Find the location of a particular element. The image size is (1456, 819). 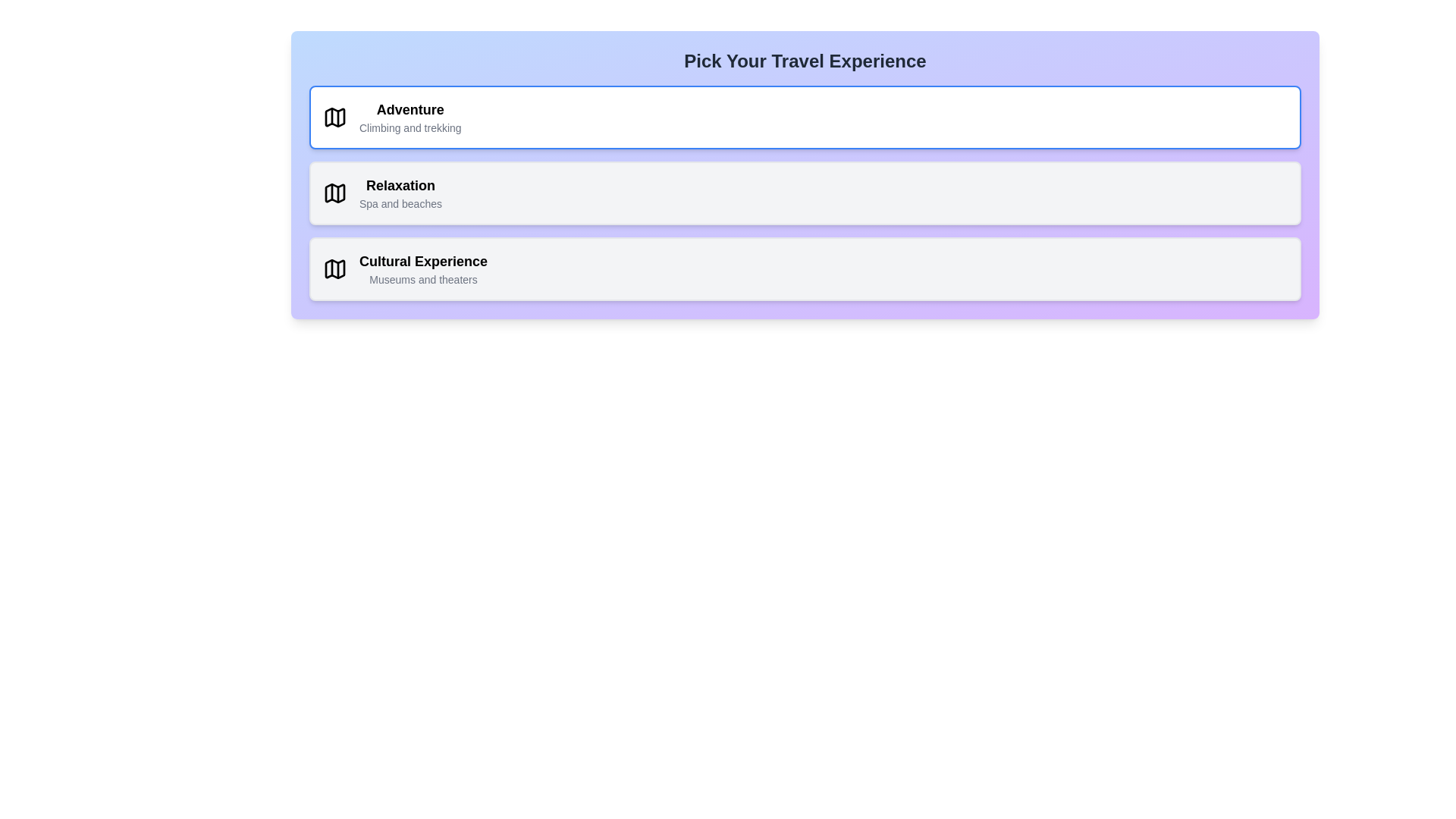

the descriptive text label below the 'Adventure' header is located at coordinates (410, 127).